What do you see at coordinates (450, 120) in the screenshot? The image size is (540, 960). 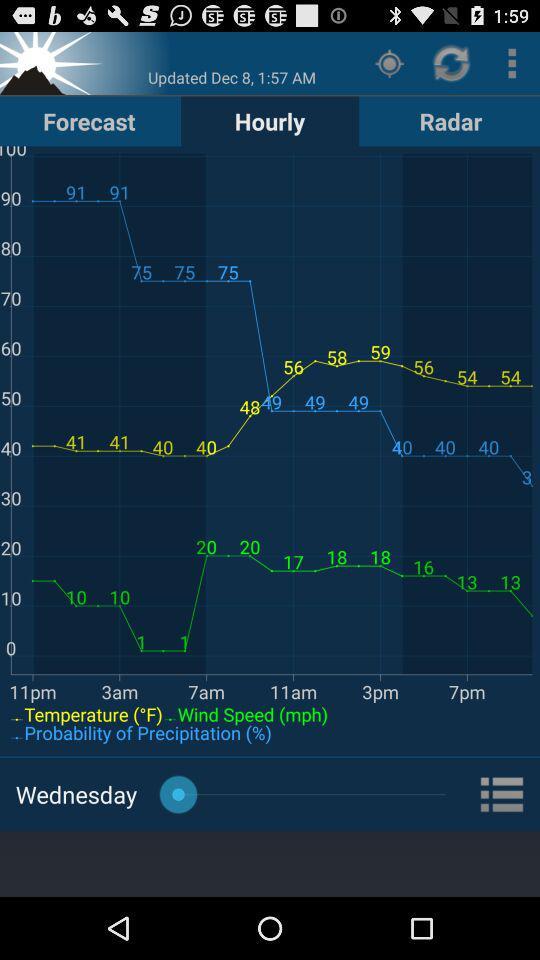 I see `icon to the right of hourly item` at bounding box center [450, 120].